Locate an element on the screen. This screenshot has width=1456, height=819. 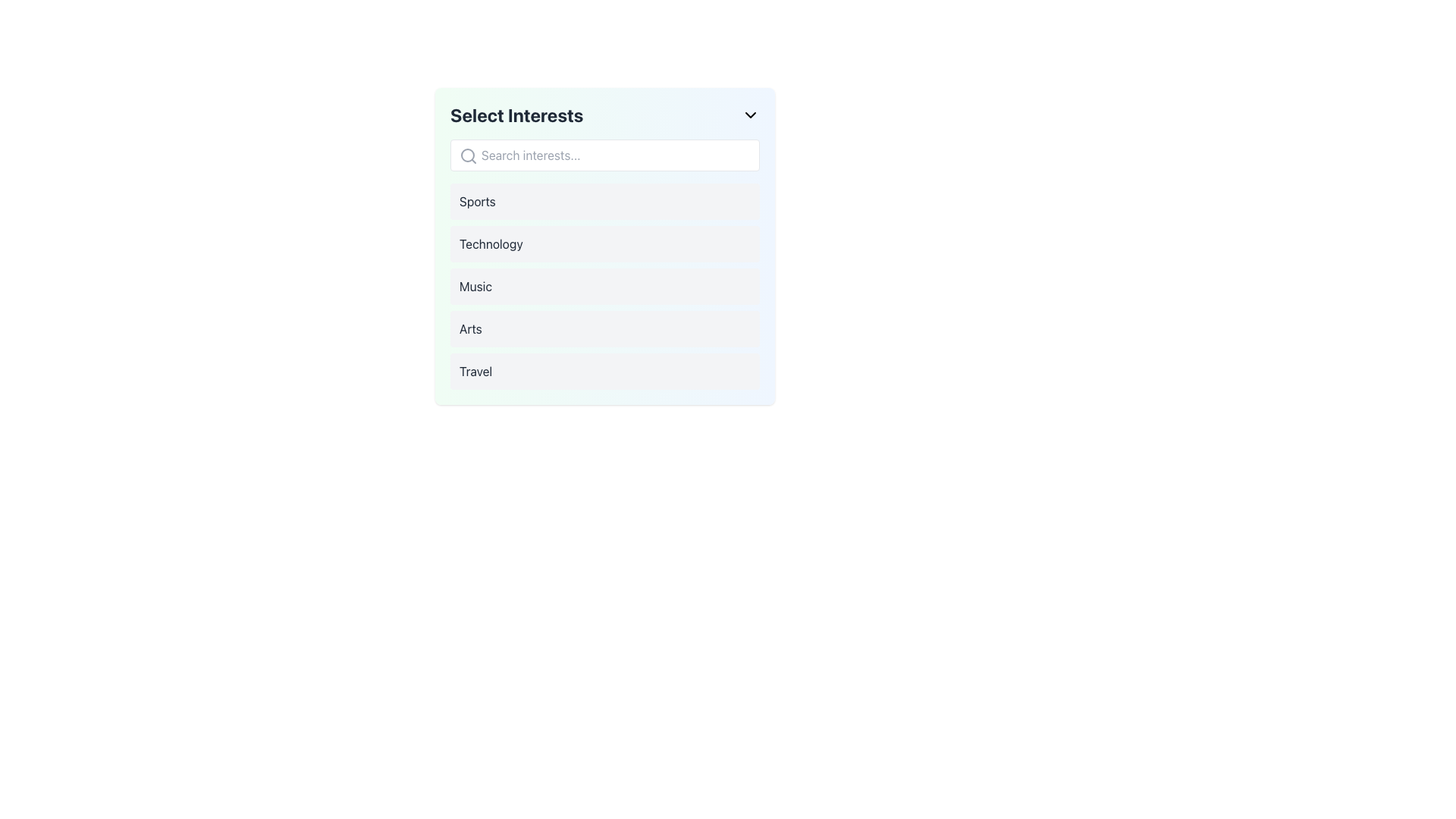
to select the 'Travel' list item, which is the fifth entry in a vertical list of selectable items including 'Sports,' 'Technology,' 'Music,' and 'Arts.' is located at coordinates (604, 371).